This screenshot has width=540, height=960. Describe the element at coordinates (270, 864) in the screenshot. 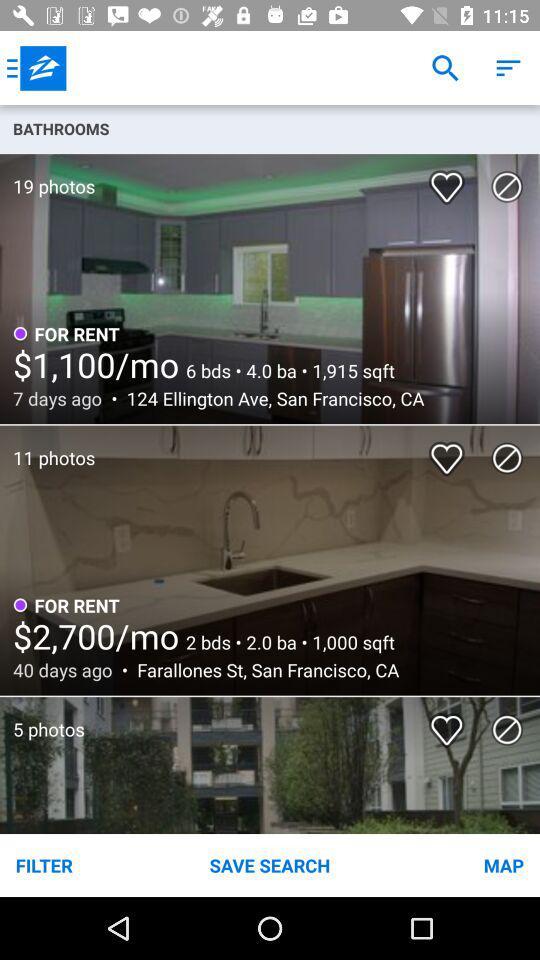

I see `save search icon` at that location.